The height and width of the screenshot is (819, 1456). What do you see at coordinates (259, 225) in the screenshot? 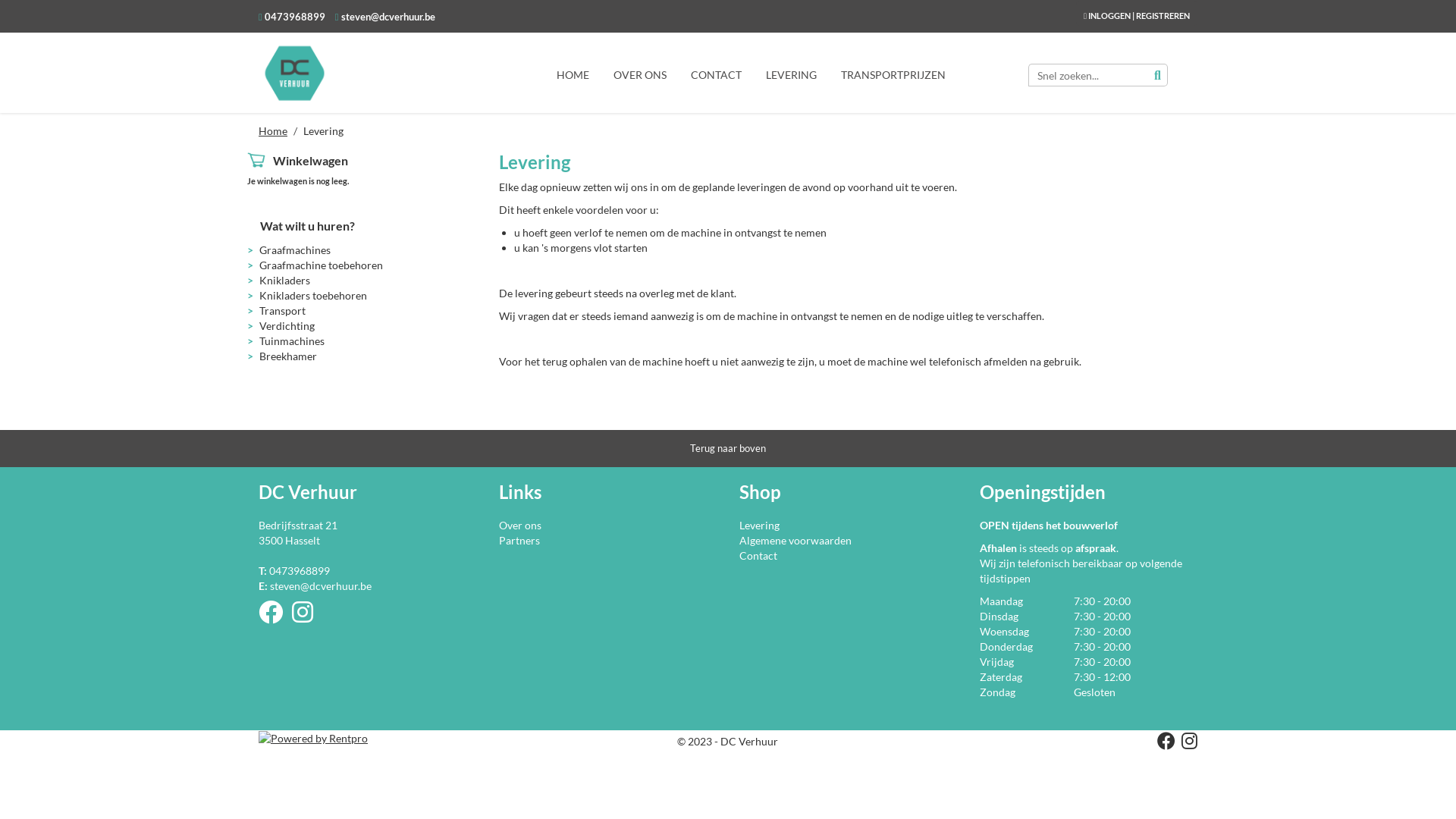
I see `'Wat wilt u huren?'` at bounding box center [259, 225].